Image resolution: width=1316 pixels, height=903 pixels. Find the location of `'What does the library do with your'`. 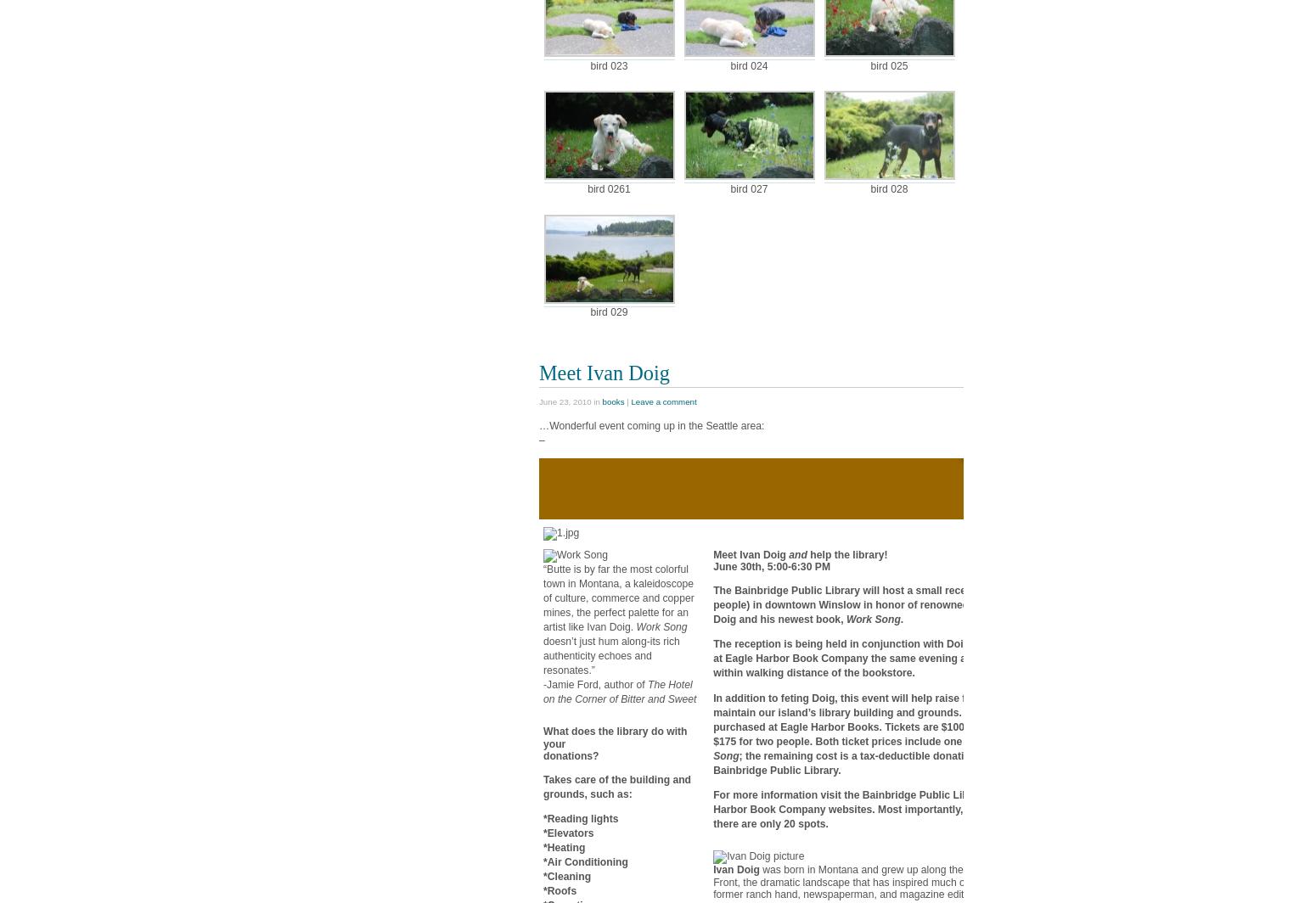

'What does the library do with your' is located at coordinates (615, 737).